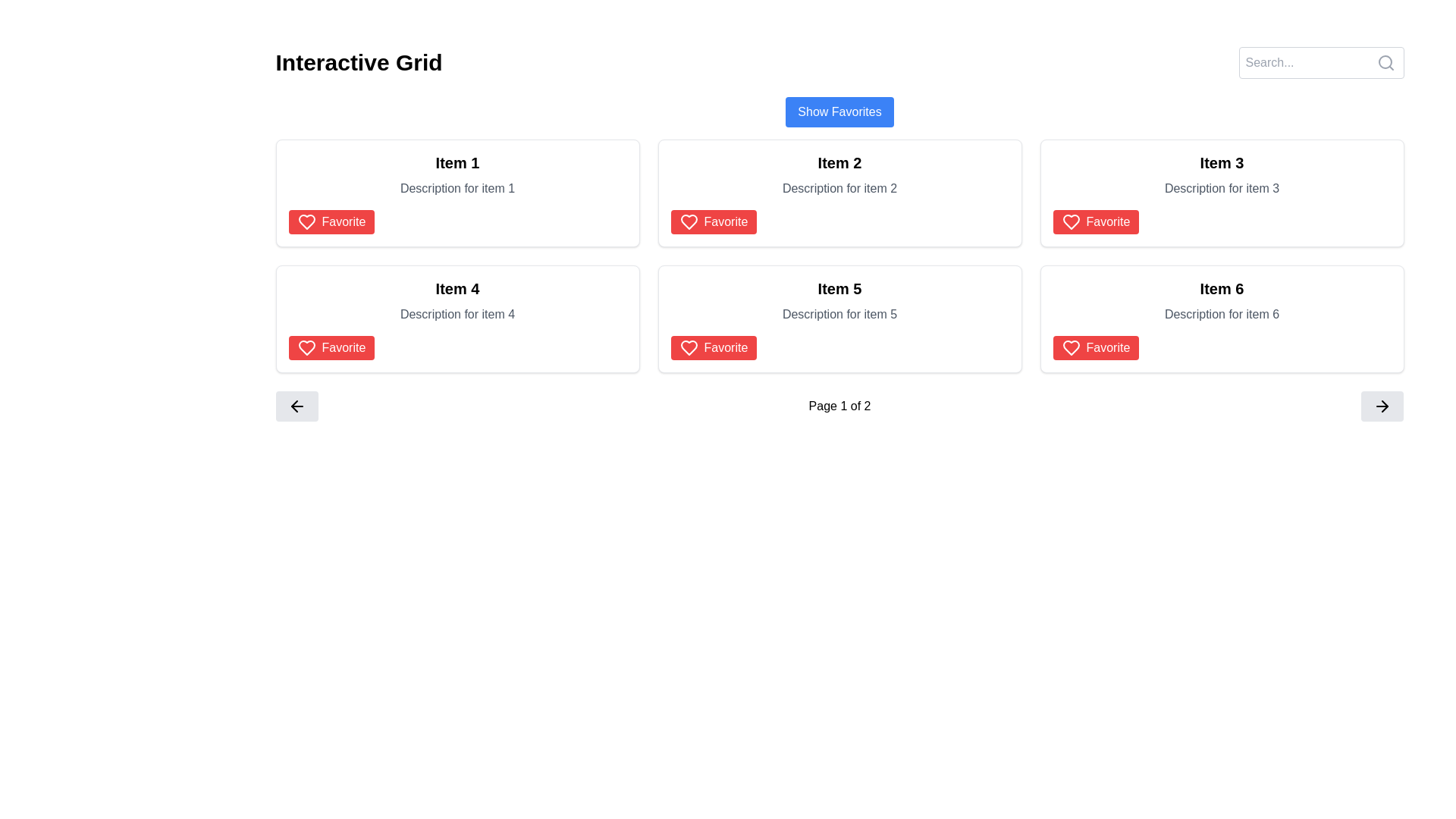 This screenshot has height=819, width=1456. I want to click on the heart icon within the 'Favorite' button located on the card labeled 'Item 5' to favorite the item, so click(688, 348).